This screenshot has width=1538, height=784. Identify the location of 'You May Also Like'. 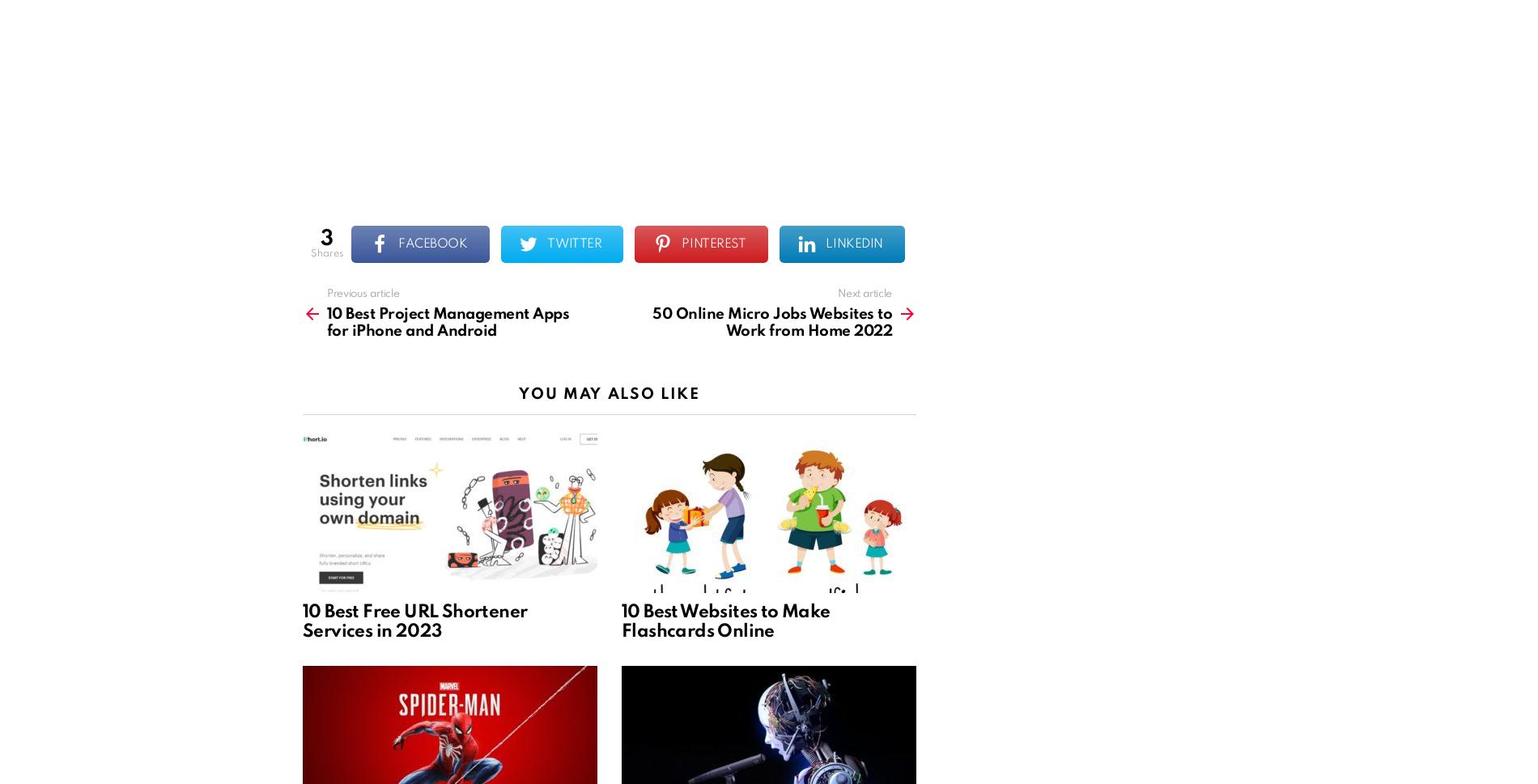
(608, 392).